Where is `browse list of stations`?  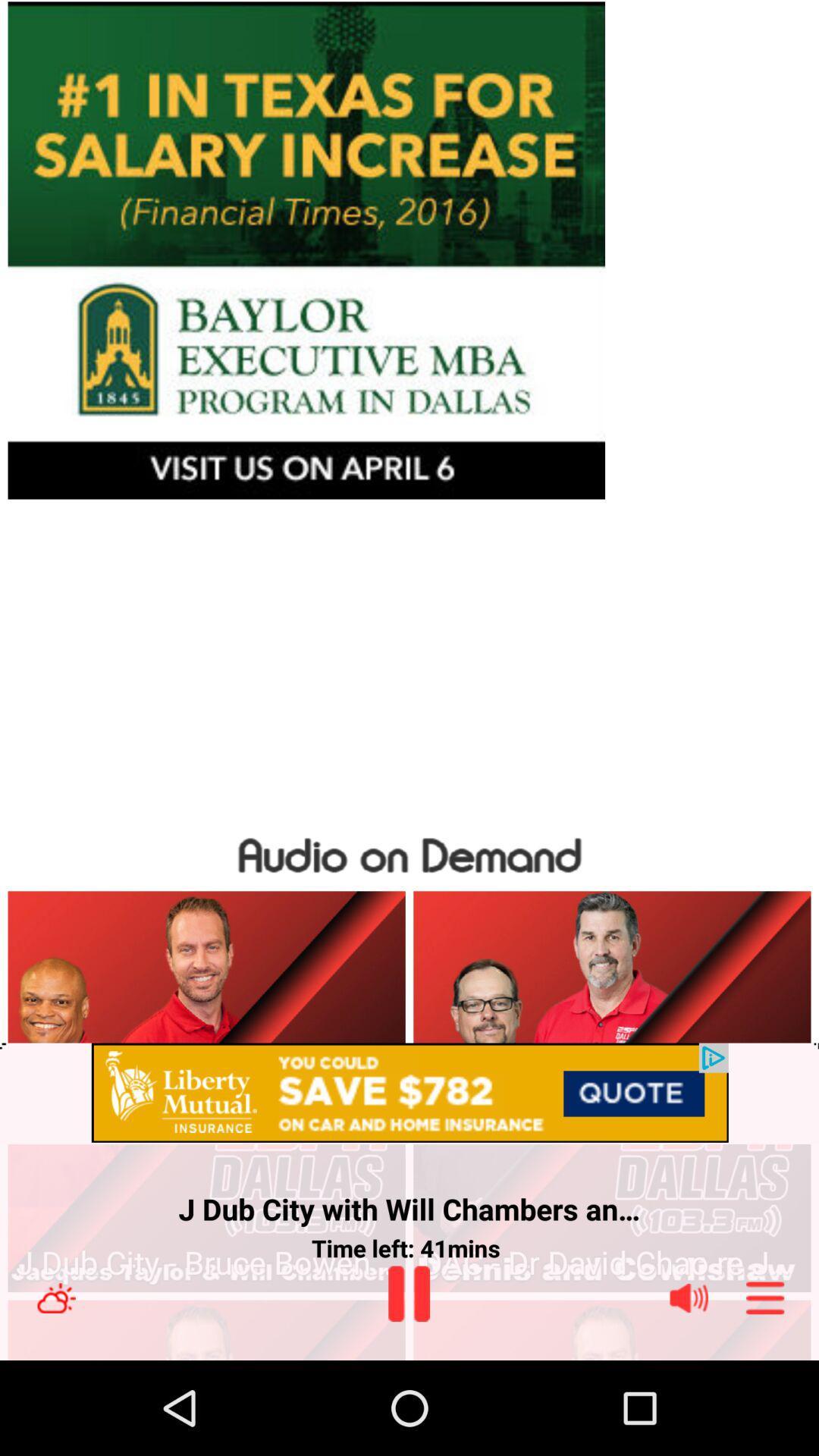
browse list of stations is located at coordinates (765, 1297).